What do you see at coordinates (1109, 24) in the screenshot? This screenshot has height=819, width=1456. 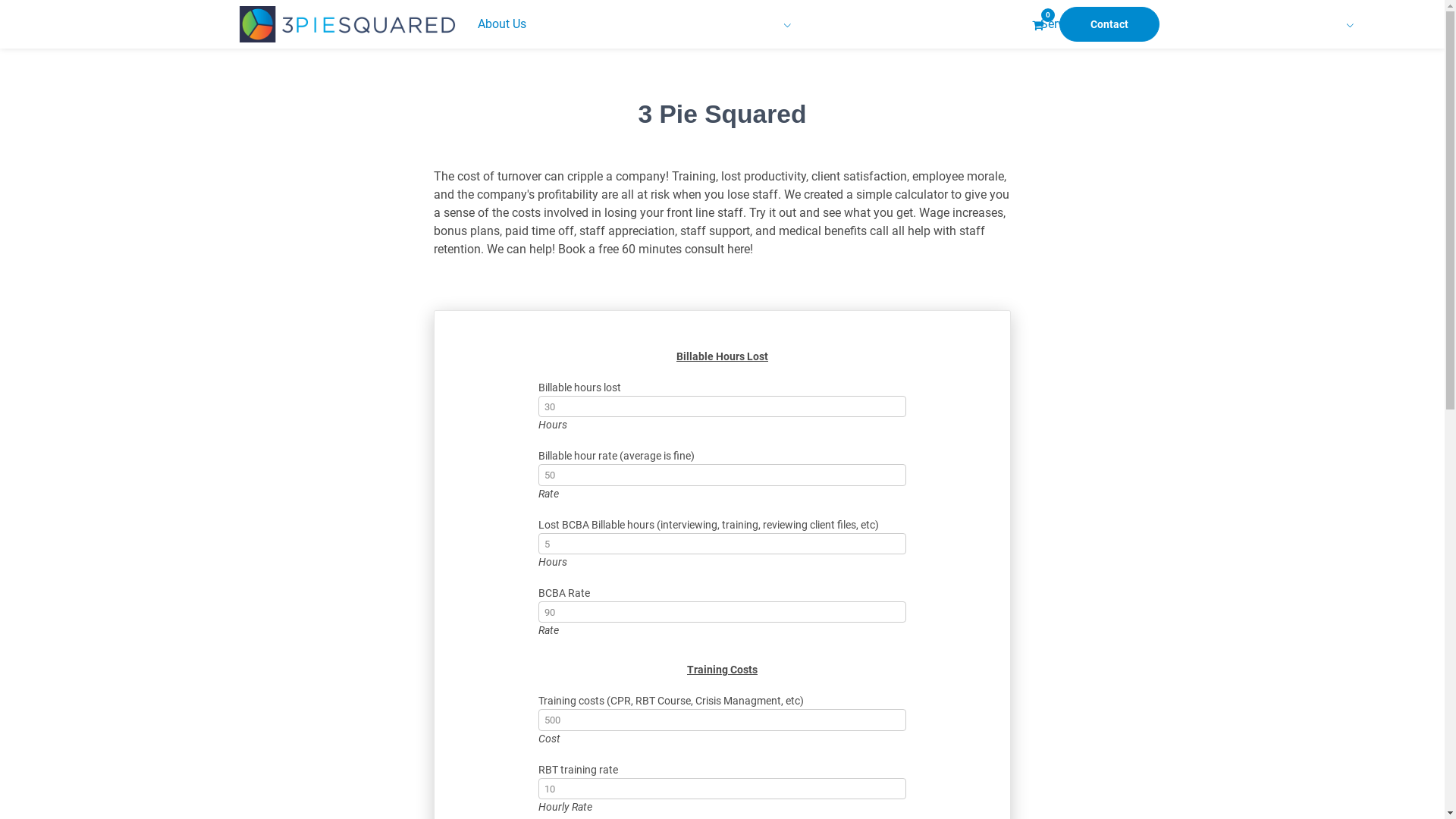 I see `'Contact'` at bounding box center [1109, 24].